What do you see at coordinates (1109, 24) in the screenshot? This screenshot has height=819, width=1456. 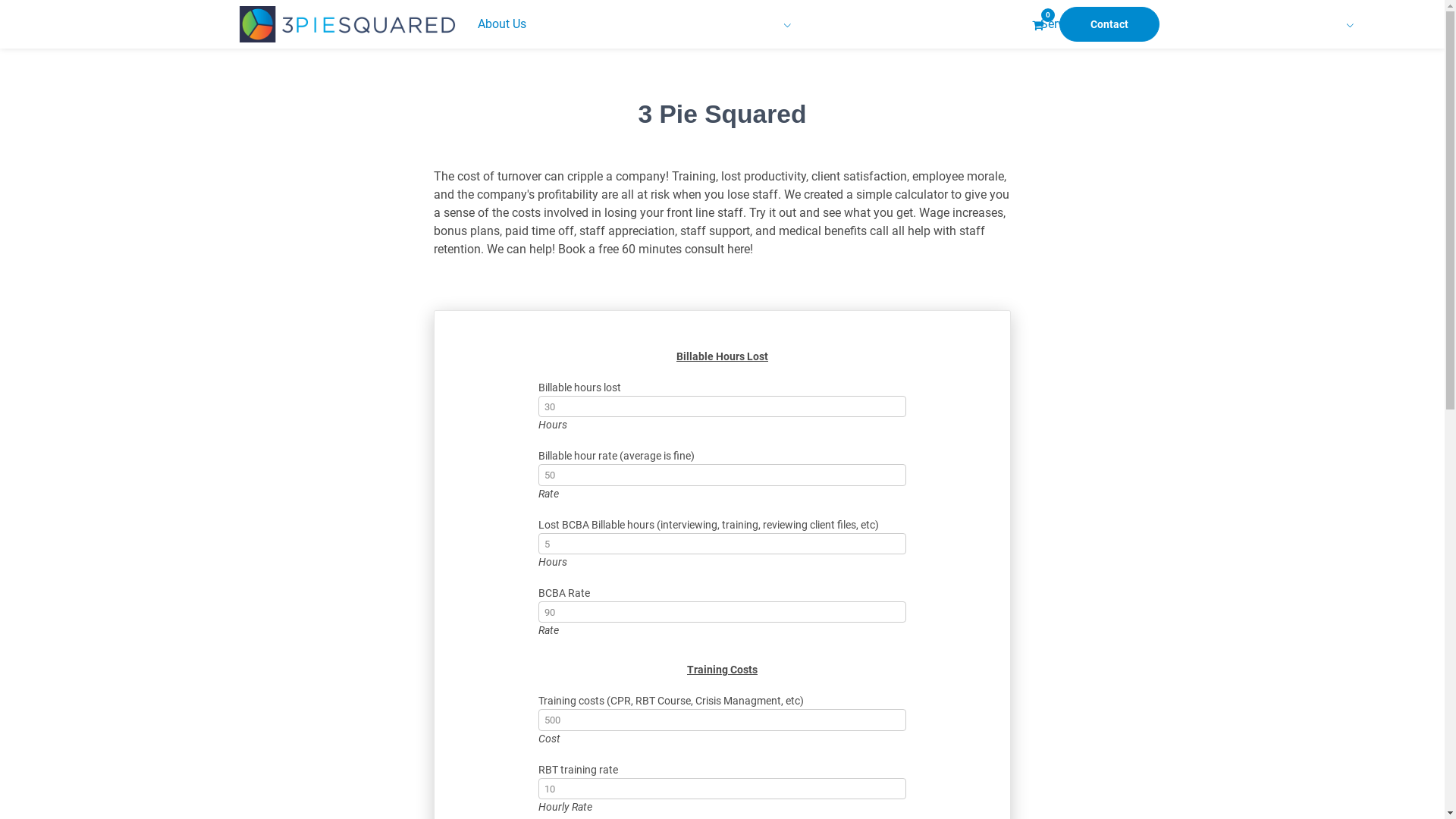 I see `'Contact'` at bounding box center [1109, 24].